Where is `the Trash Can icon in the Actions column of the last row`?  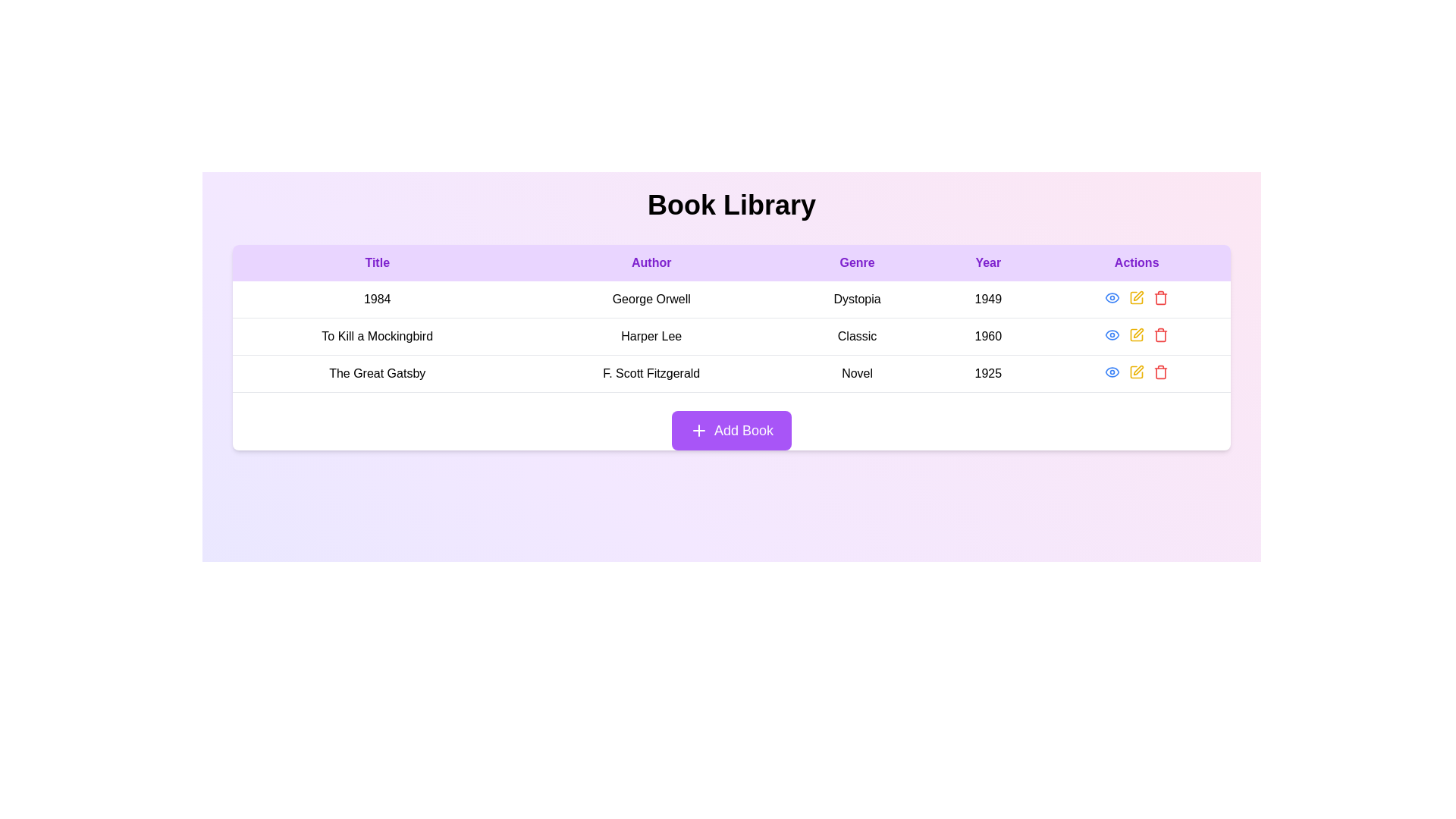
the Trash Can icon in the Actions column of the last row is located at coordinates (1160, 299).